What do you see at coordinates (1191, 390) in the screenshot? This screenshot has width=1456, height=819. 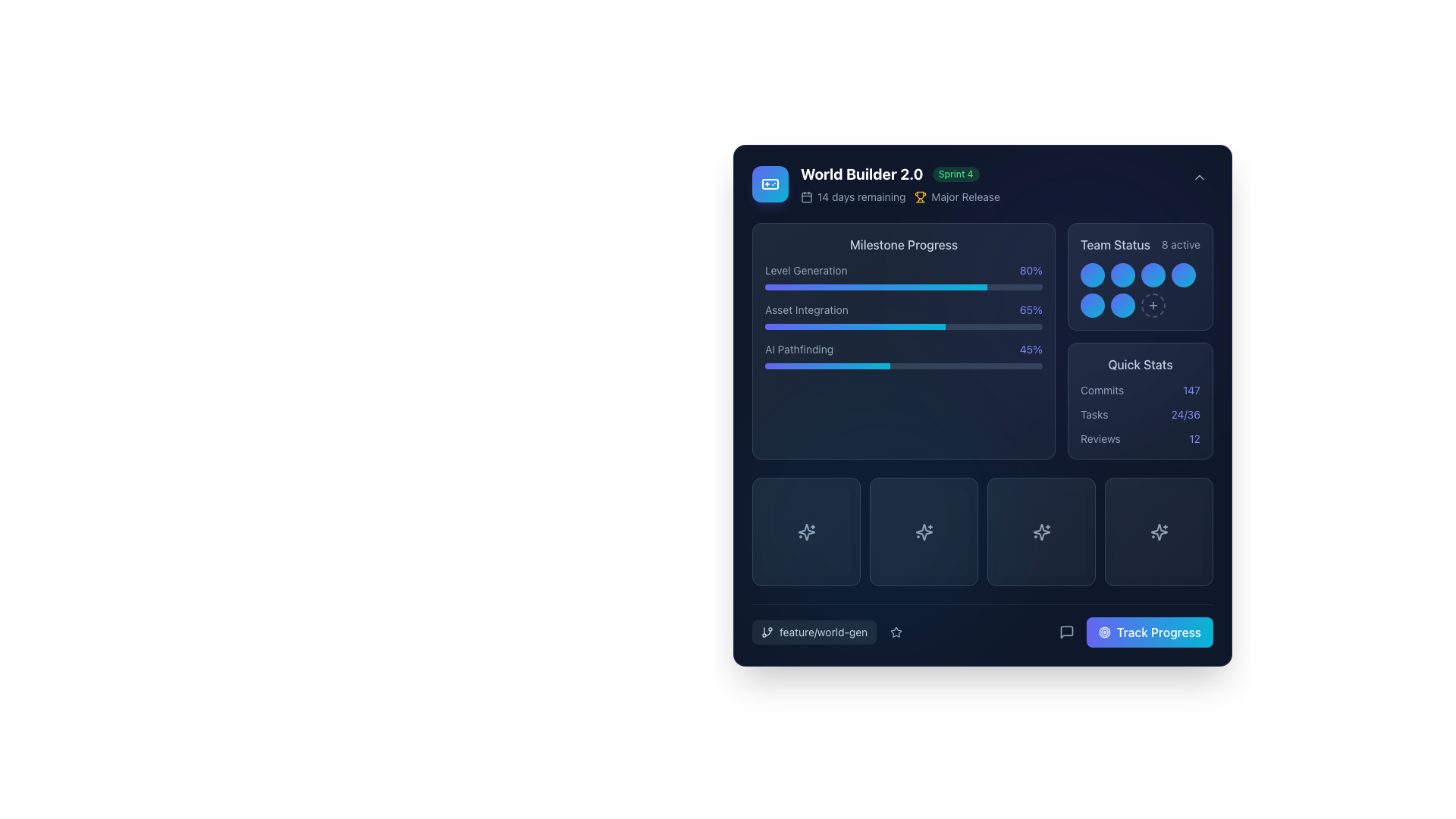 I see `the static text displaying the numeric value '147' in purple, part of the 'Quick Stats' card in the lower right section of the interface` at bounding box center [1191, 390].